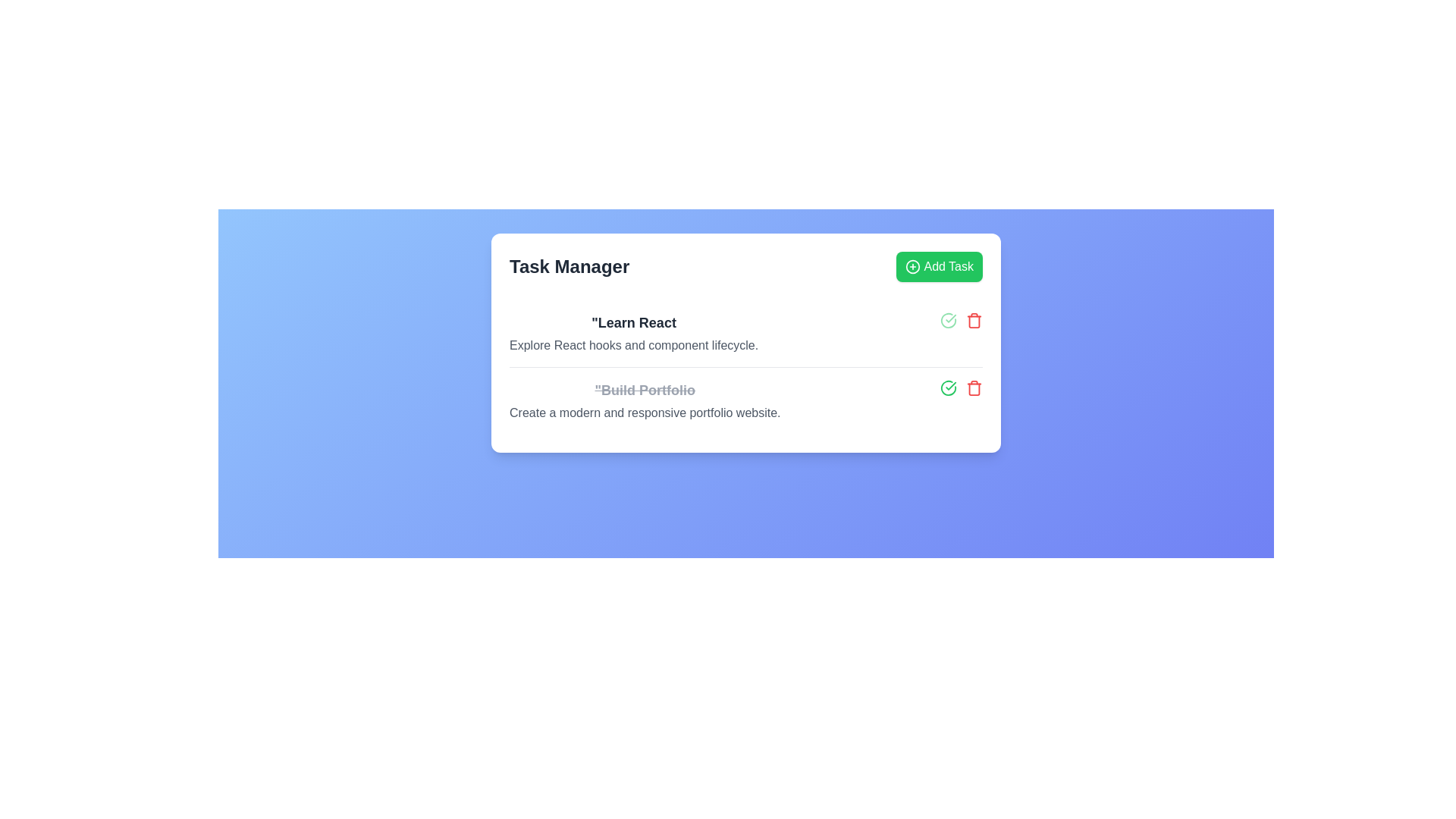 Image resolution: width=1456 pixels, height=819 pixels. Describe the element at coordinates (634, 345) in the screenshot. I see `the supplementary description text element located below the 'Learn React' heading, which provides additional context about the task` at that location.